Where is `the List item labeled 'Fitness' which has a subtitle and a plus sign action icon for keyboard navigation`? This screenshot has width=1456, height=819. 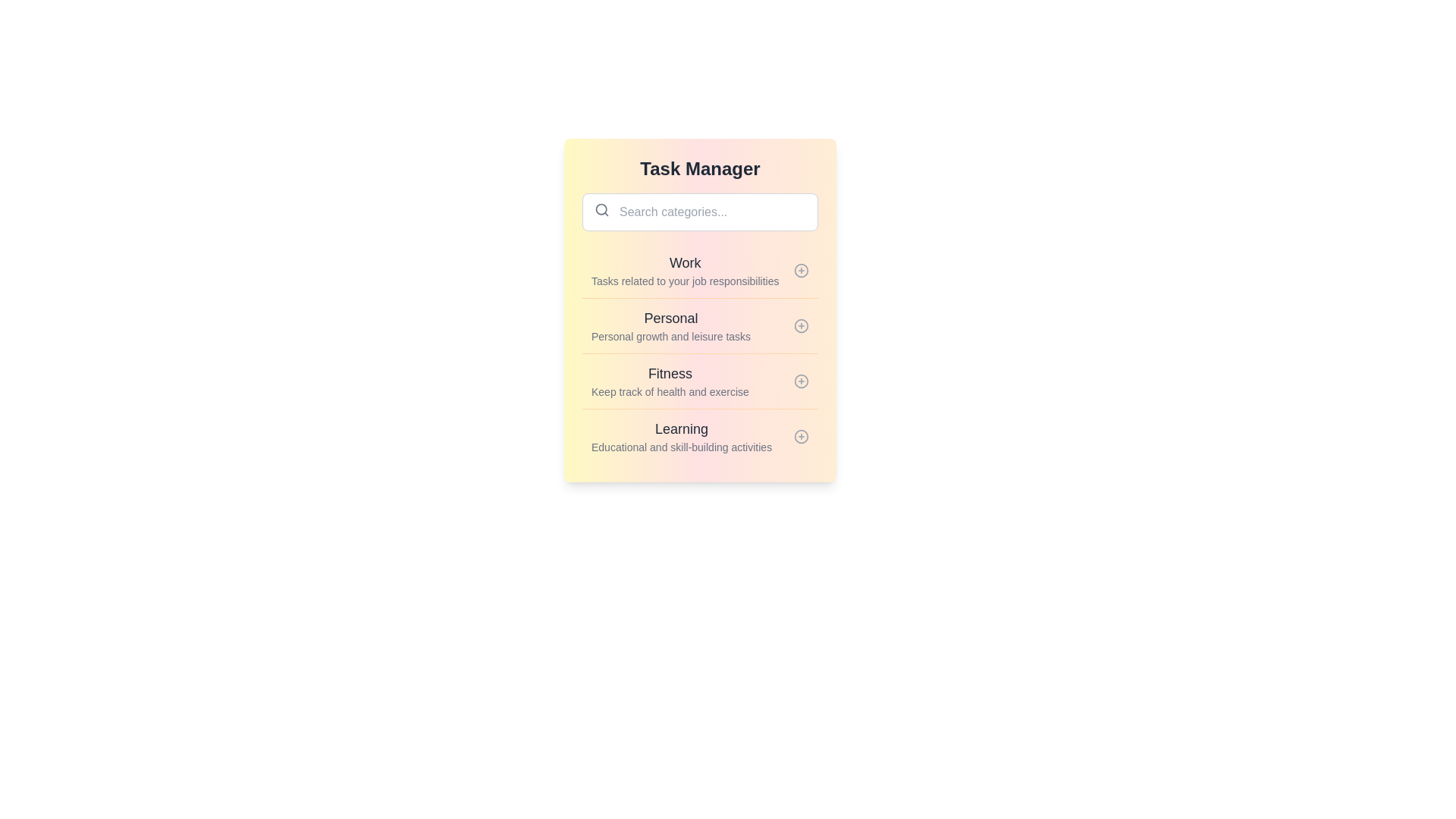
the List item labeled 'Fitness' which has a subtitle and a plus sign action icon for keyboard navigation is located at coordinates (699, 380).